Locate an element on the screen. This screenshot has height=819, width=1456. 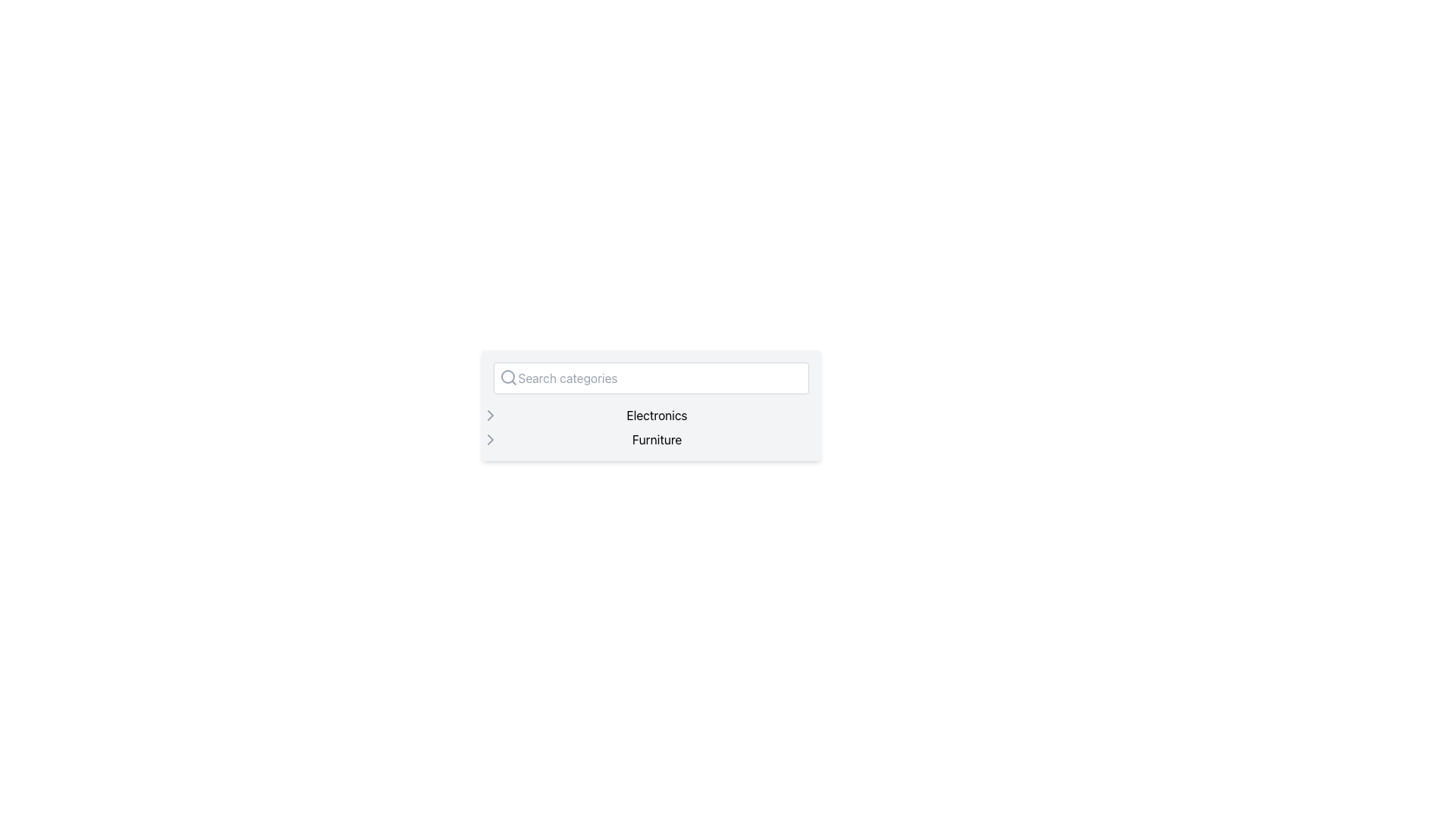
the 'Electronics' text label, which is the first item in the category listing panel is located at coordinates (651, 415).